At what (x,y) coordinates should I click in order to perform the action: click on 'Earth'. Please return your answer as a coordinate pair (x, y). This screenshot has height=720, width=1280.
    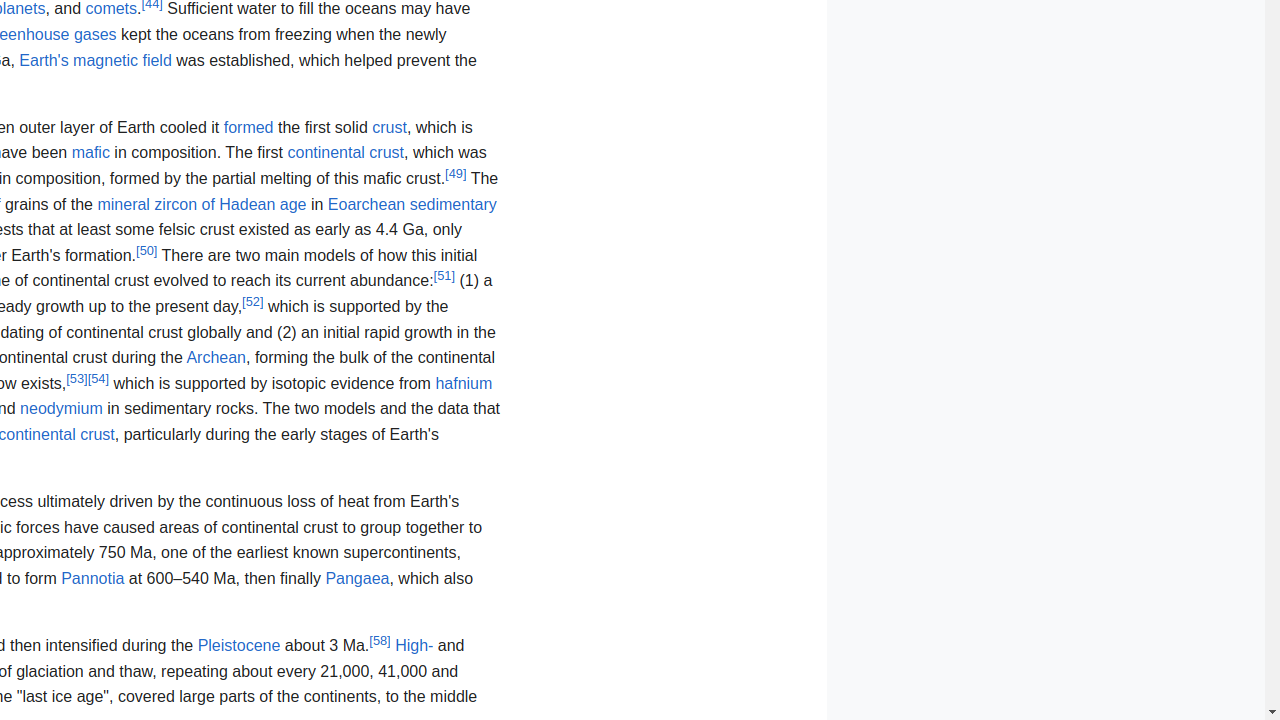
    Looking at the image, I should click on (94, 58).